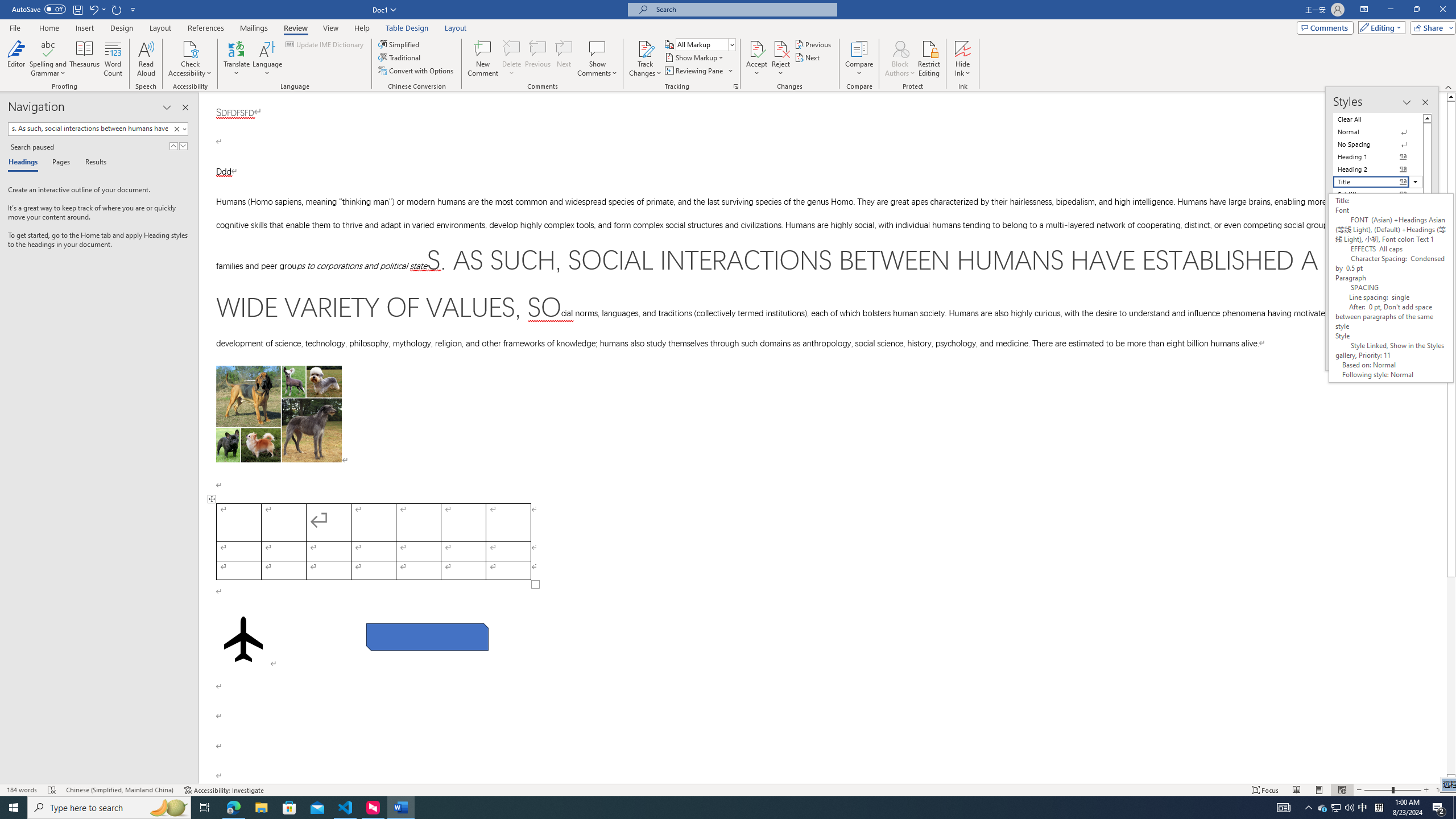 The image size is (1456, 819). What do you see at coordinates (756, 59) in the screenshot?
I see `'Accept'` at bounding box center [756, 59].